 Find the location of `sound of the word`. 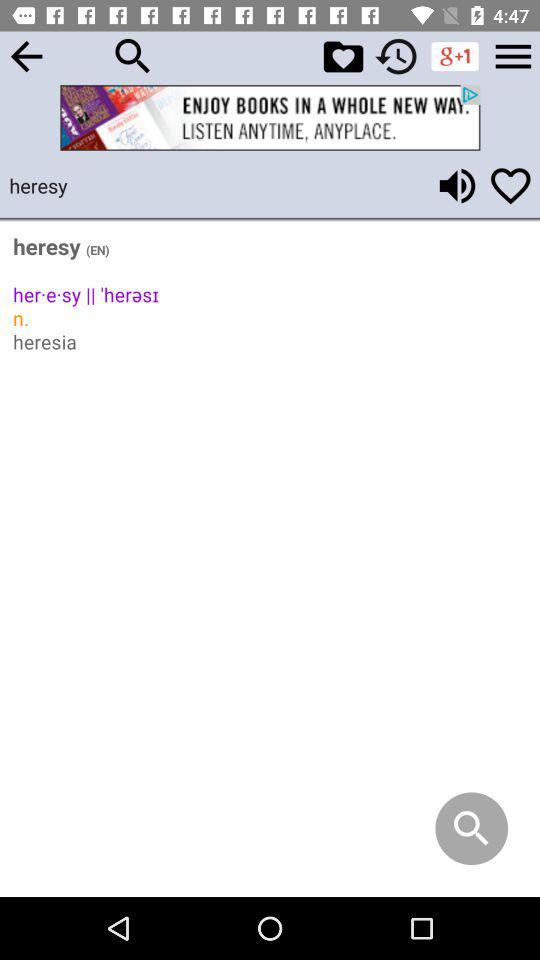

sound of the word is located at coordinates (457, 185).